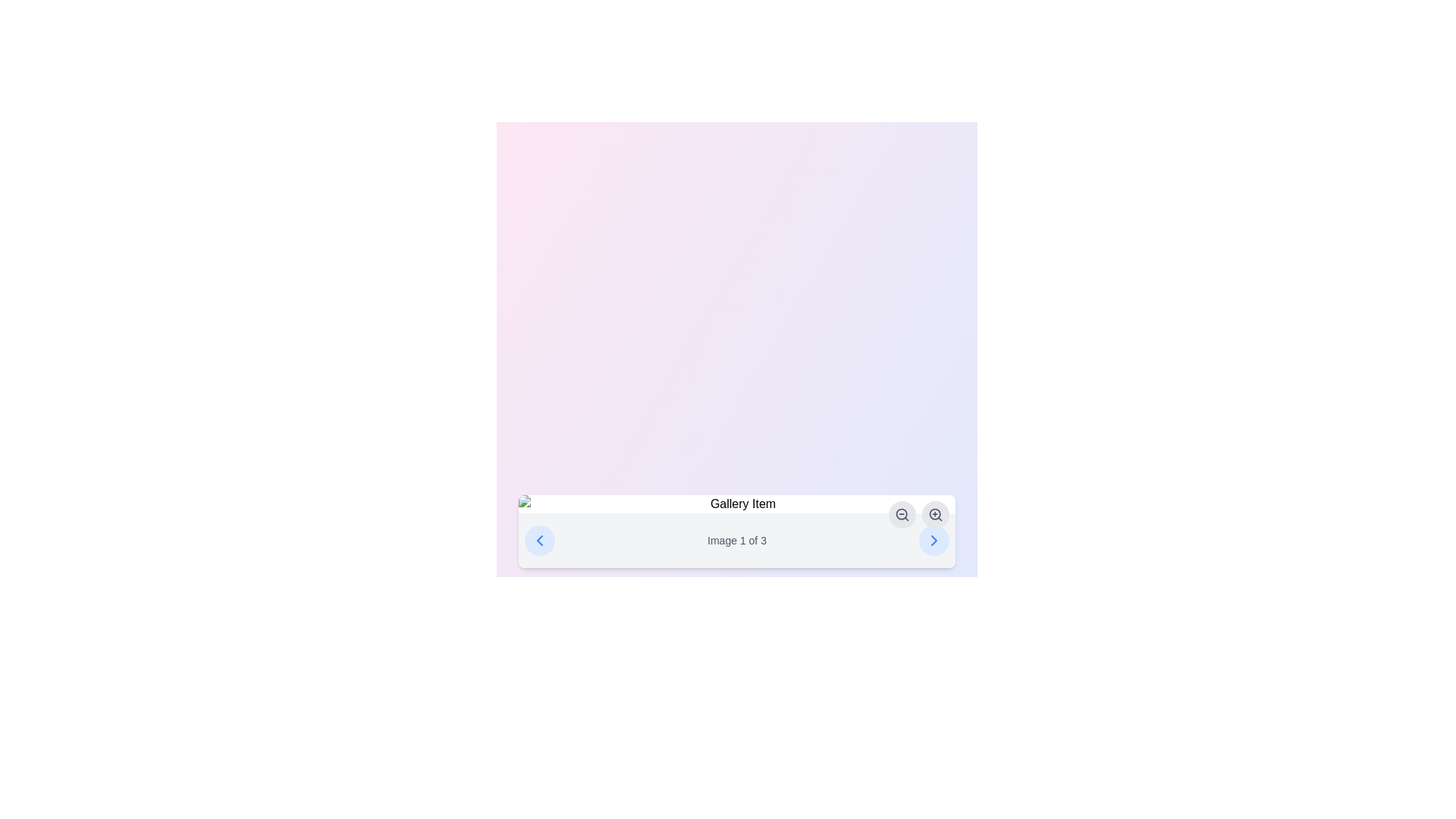 The width and height of the screenshot is (1456, 819). I want to click on the small circle located within the magnifying-glass icon at the far-right end of the toolbar, which is part of the zoom feature in the UI, so click(934, 513).